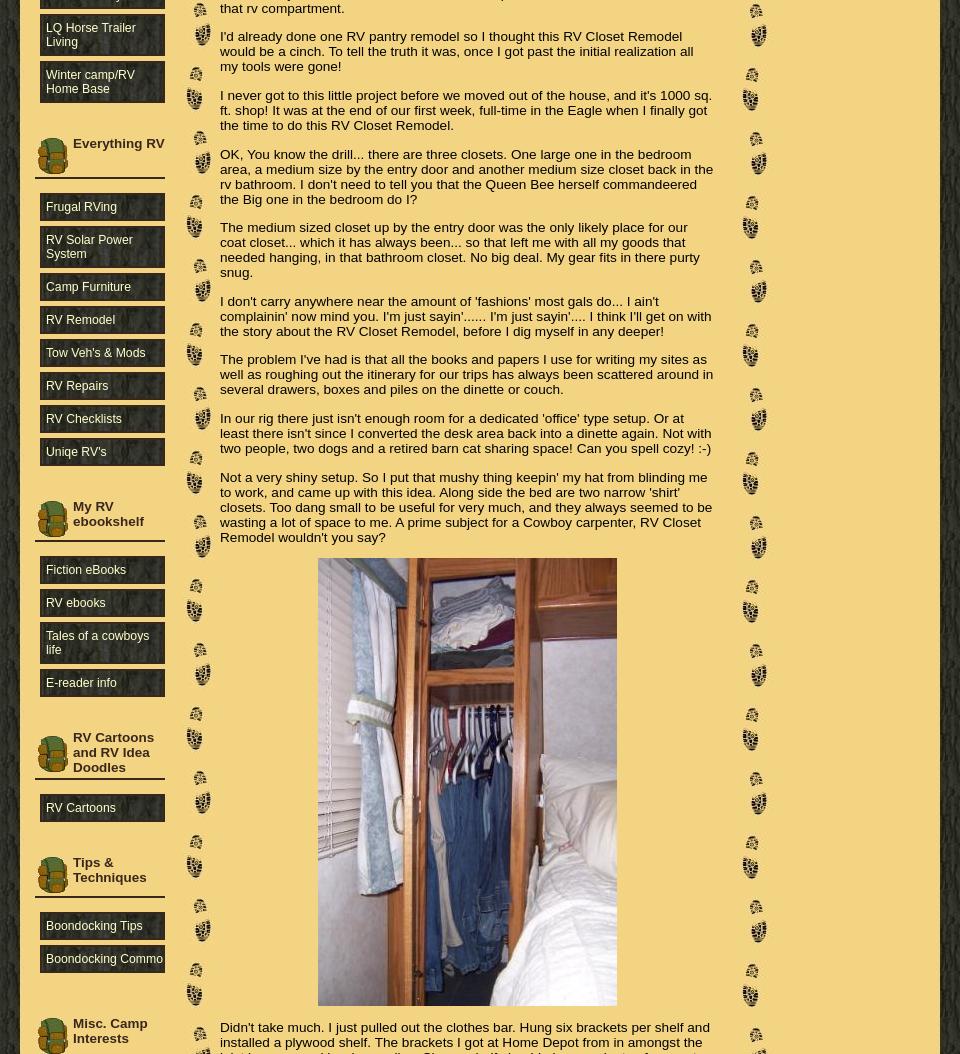 The width and height of the screenshot is (960, 1054). What do you see at coordinates (459, 250) in the screenshot?
I see `'The medium sized
closet up by the entry door was the only likely place for our coat
closet... which it has always been... so that left me with all my goods
that needed hanging, in that bathroom closet. No big deal. My gear fits
in there purty snug.'` at bounding box center [459, 250].